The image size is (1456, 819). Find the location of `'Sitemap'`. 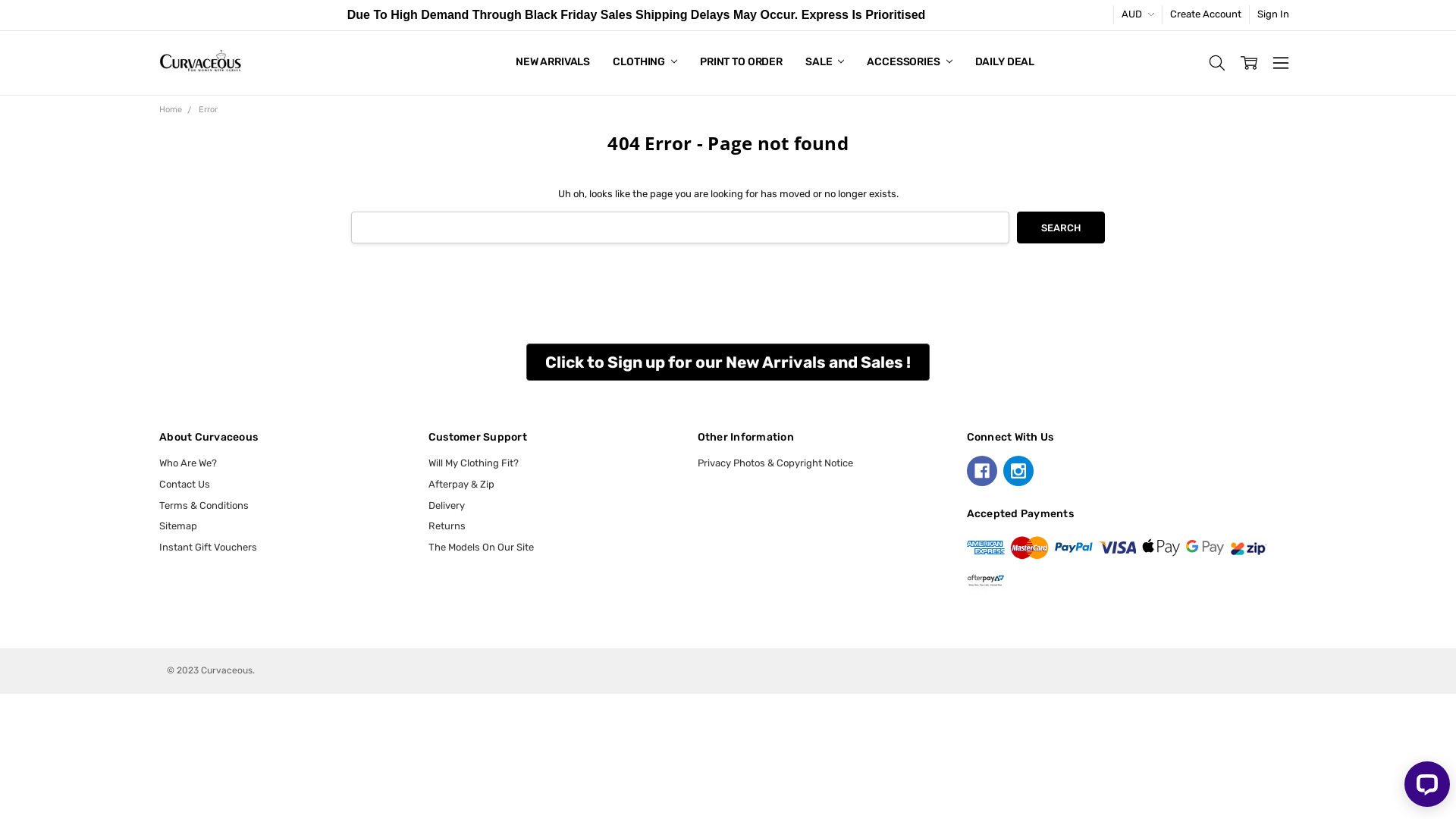

'Sitemap' is located at coordinates (178, 525).